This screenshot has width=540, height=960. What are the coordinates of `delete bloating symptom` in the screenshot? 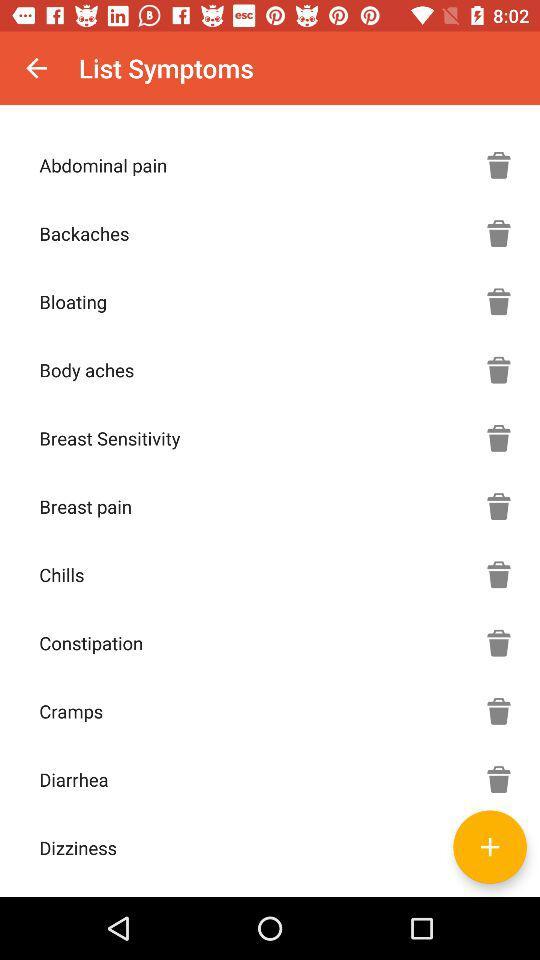 It's located at (498, 301).